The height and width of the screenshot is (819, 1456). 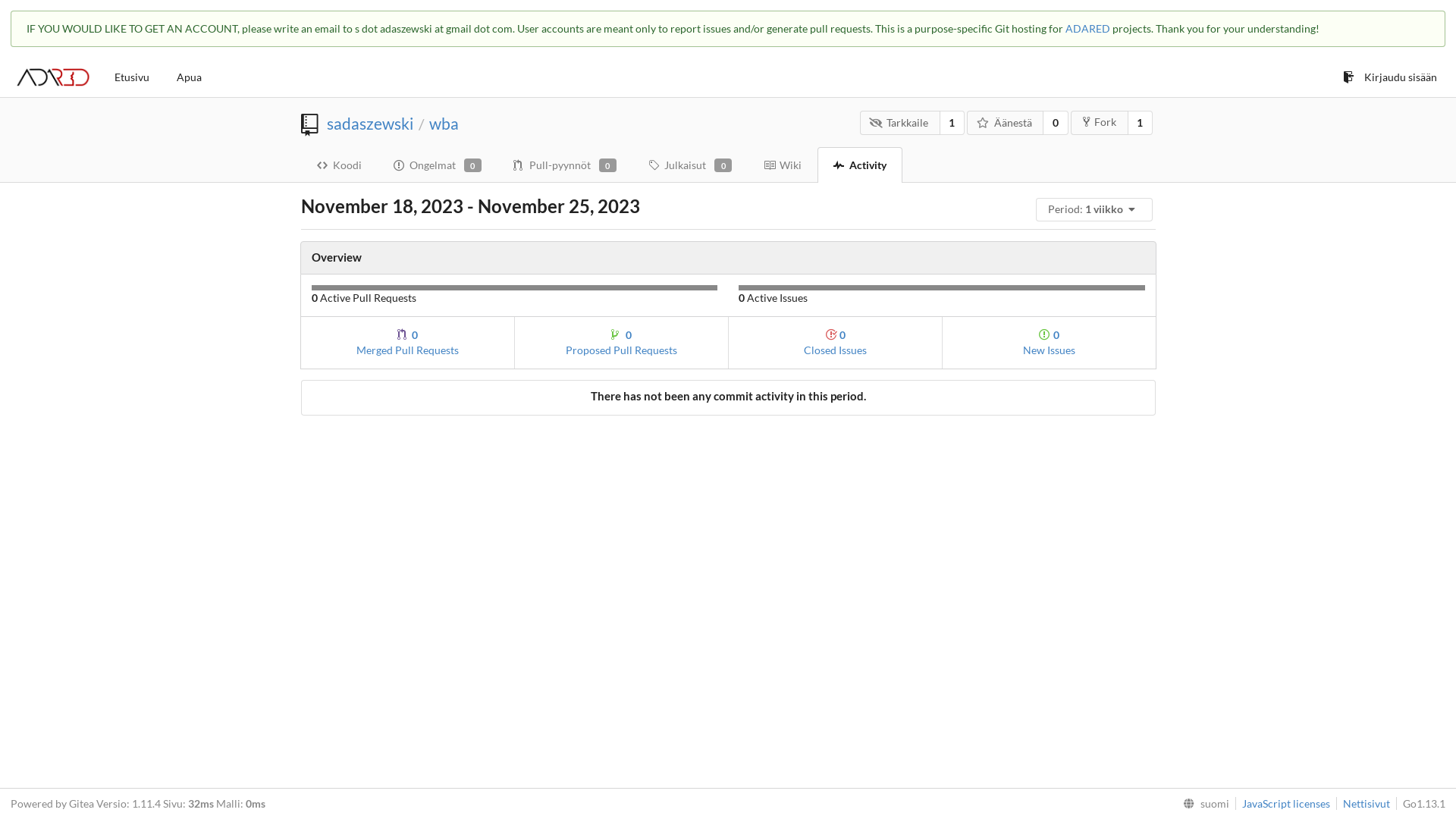 What do you see at coordinates (899, 122) in the screenshot?
I see `'Tarkkaile'` at bounding box center [899, 122].